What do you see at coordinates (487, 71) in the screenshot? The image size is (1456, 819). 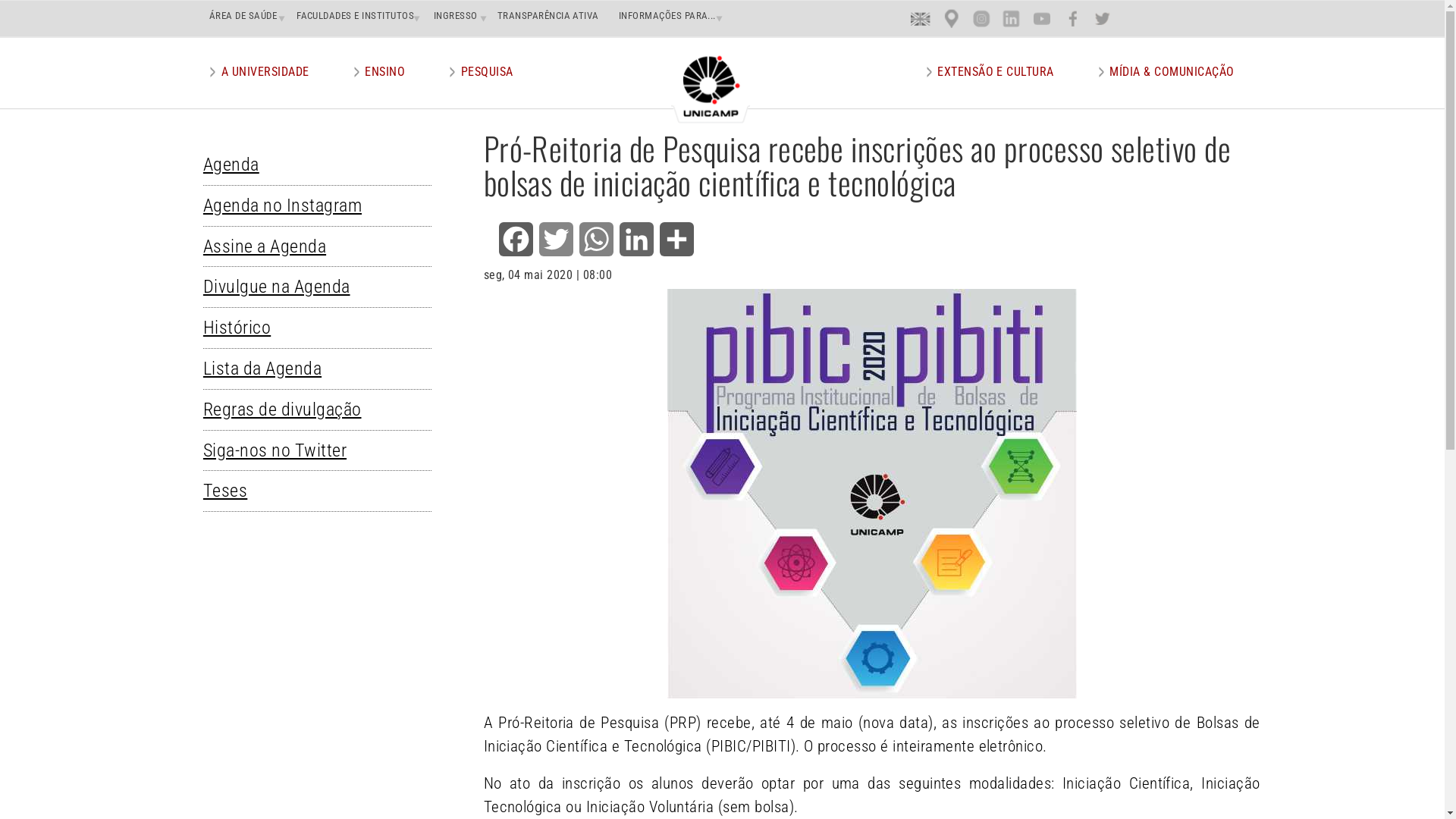 I see `'PESQUISA'` at bounding box center [487, 71].